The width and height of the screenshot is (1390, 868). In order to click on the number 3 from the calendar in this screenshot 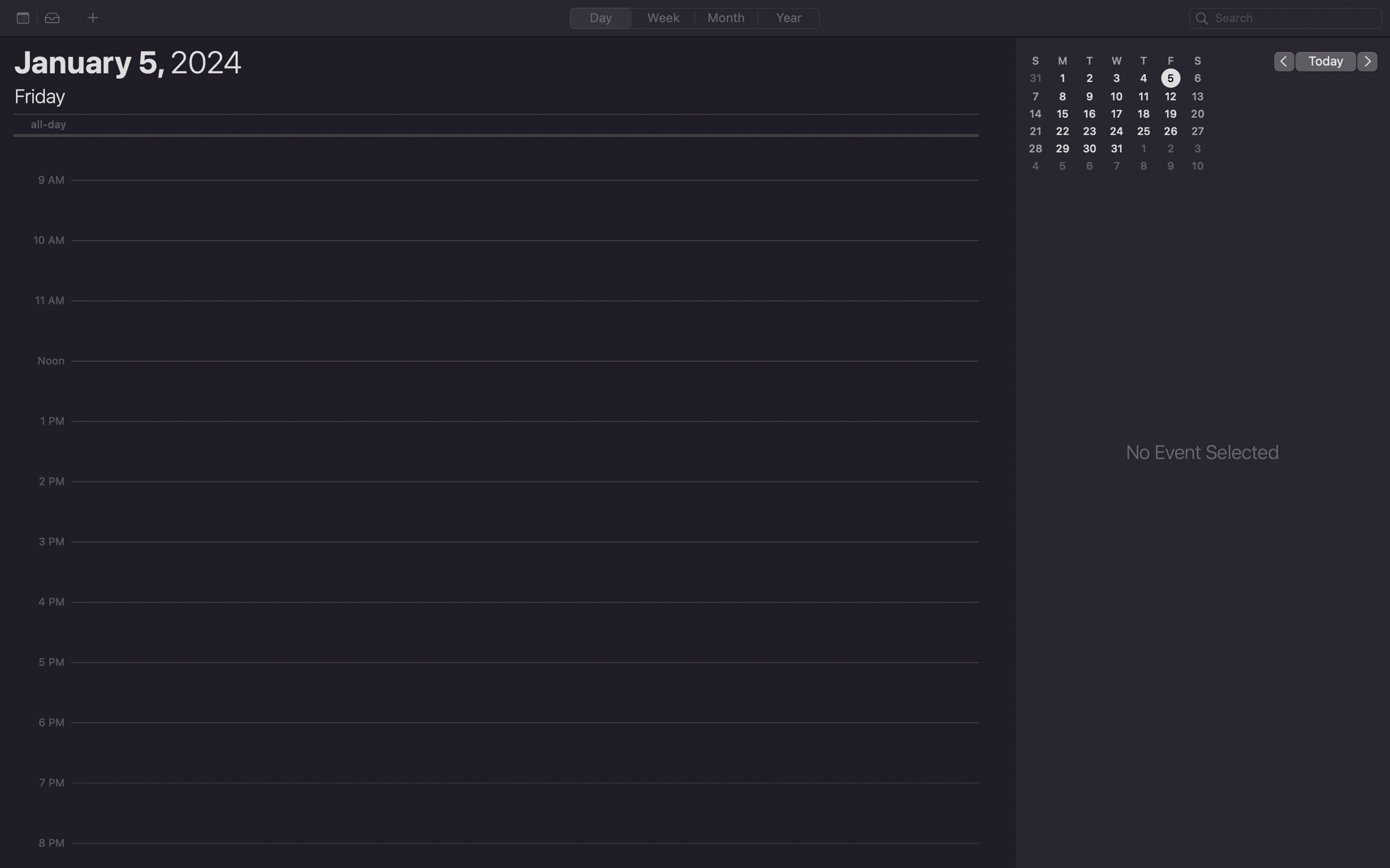, I will do `click(1116, 77)`.